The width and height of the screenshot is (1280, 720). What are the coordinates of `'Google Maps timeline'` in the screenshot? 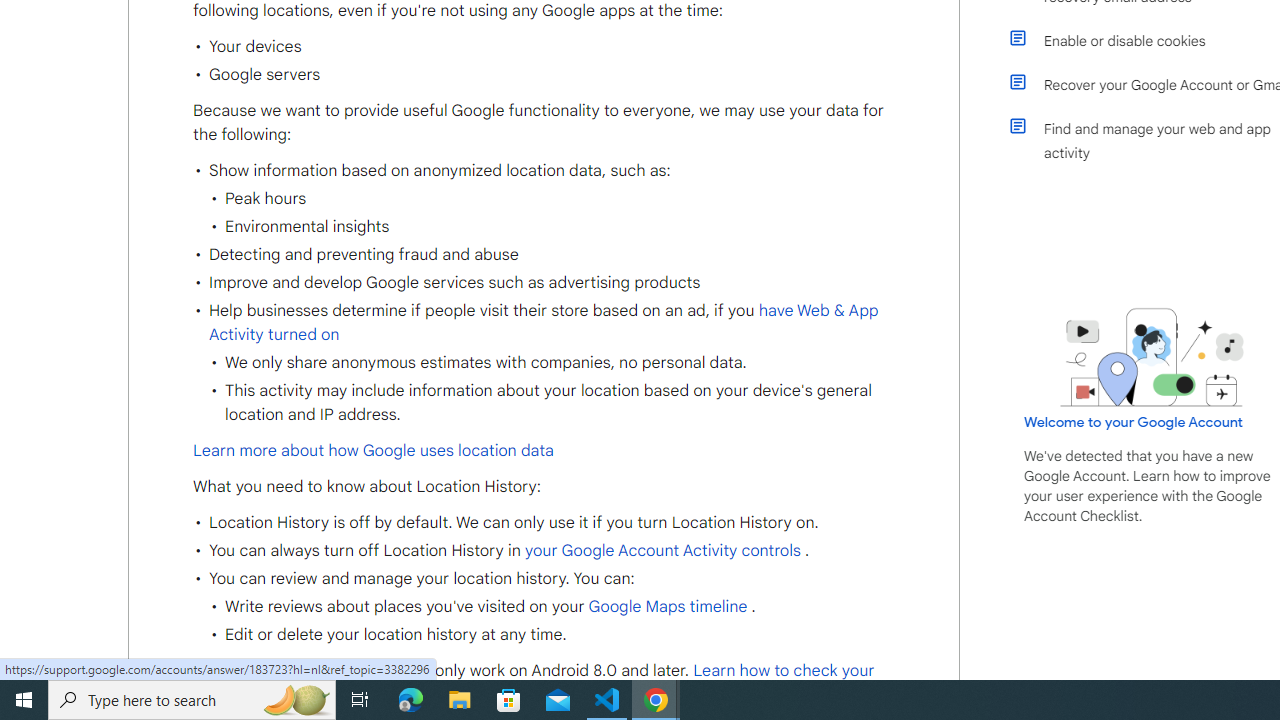 It's located at (667, 605).